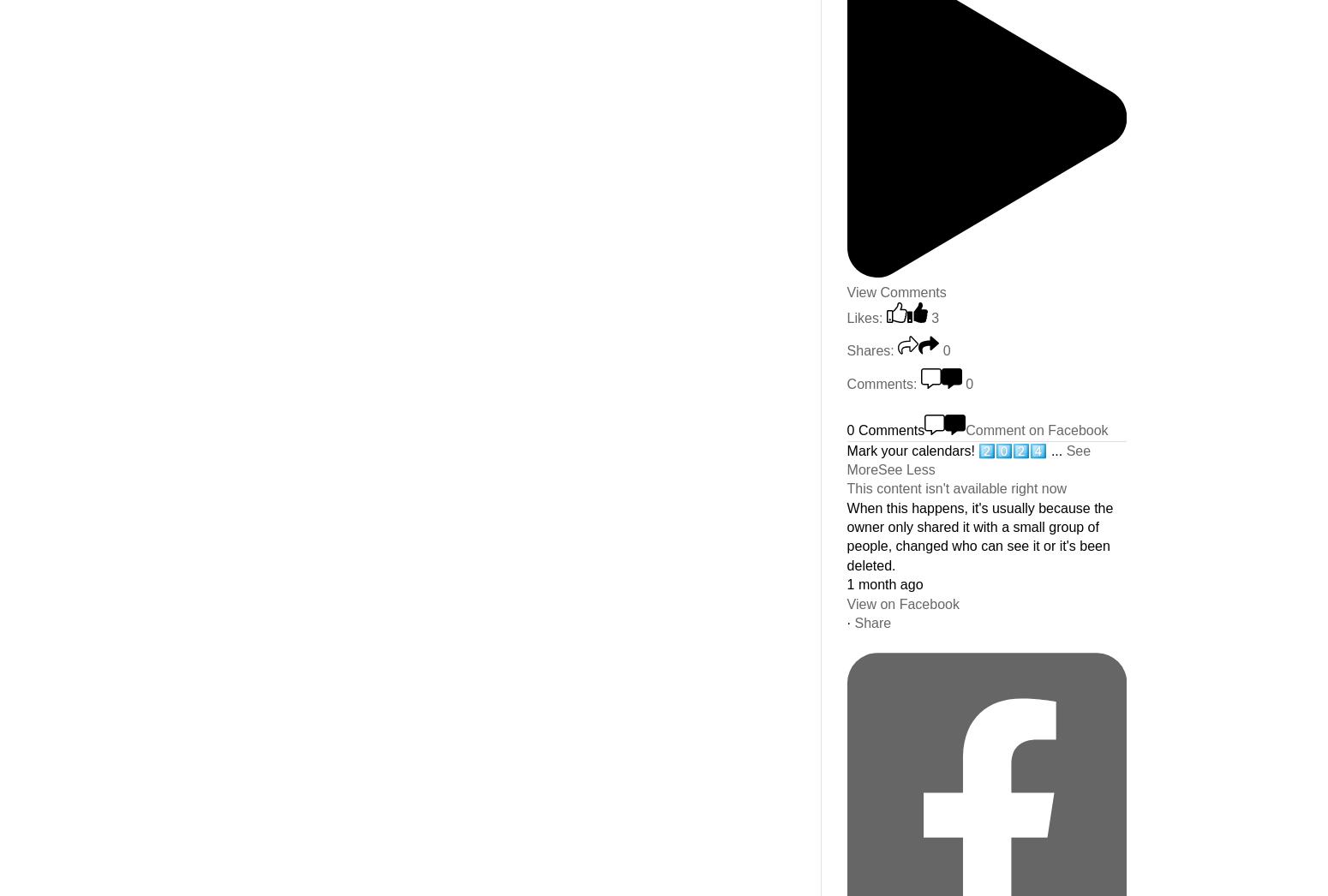 The image size is (1328, 896). Describe the element at coordinates (1036, 430) in the screenshot. I see `'Comment on Facebook'` at that location.